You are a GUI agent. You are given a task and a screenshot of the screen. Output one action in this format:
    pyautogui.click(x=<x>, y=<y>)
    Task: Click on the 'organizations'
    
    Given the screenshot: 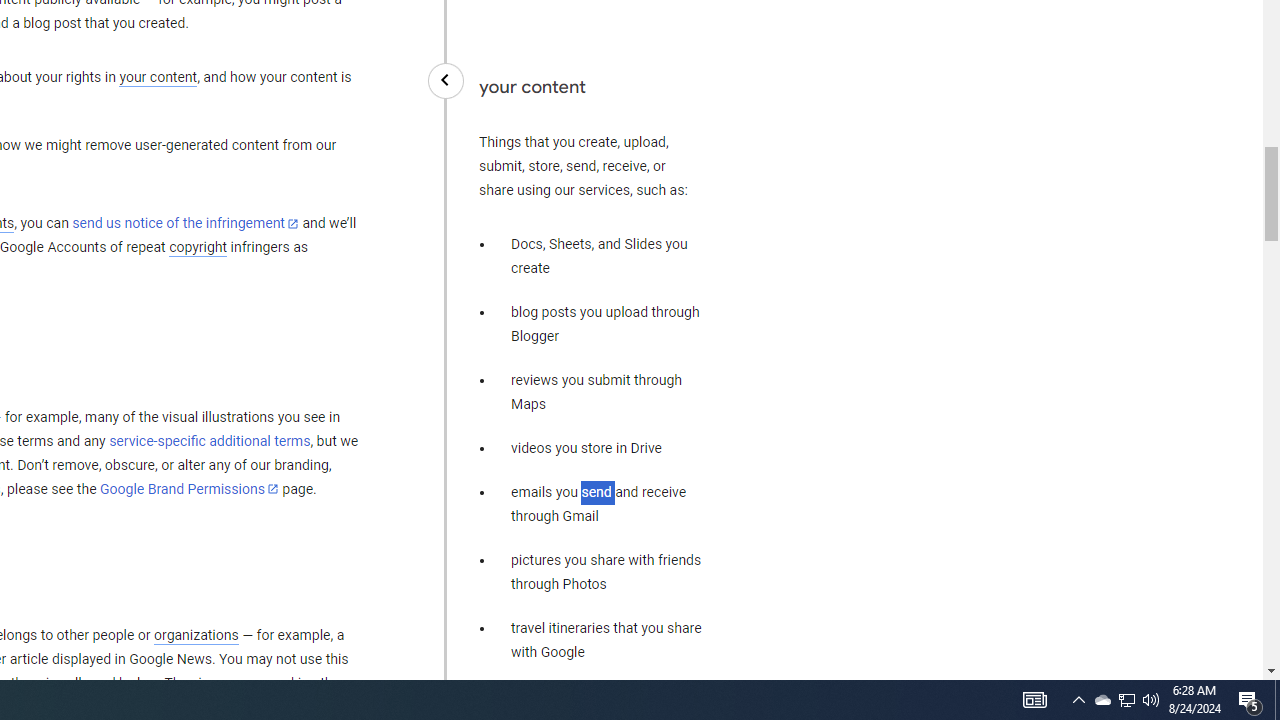 What is the action you would take?
    pyautogui.click(x=196, y=635)
    